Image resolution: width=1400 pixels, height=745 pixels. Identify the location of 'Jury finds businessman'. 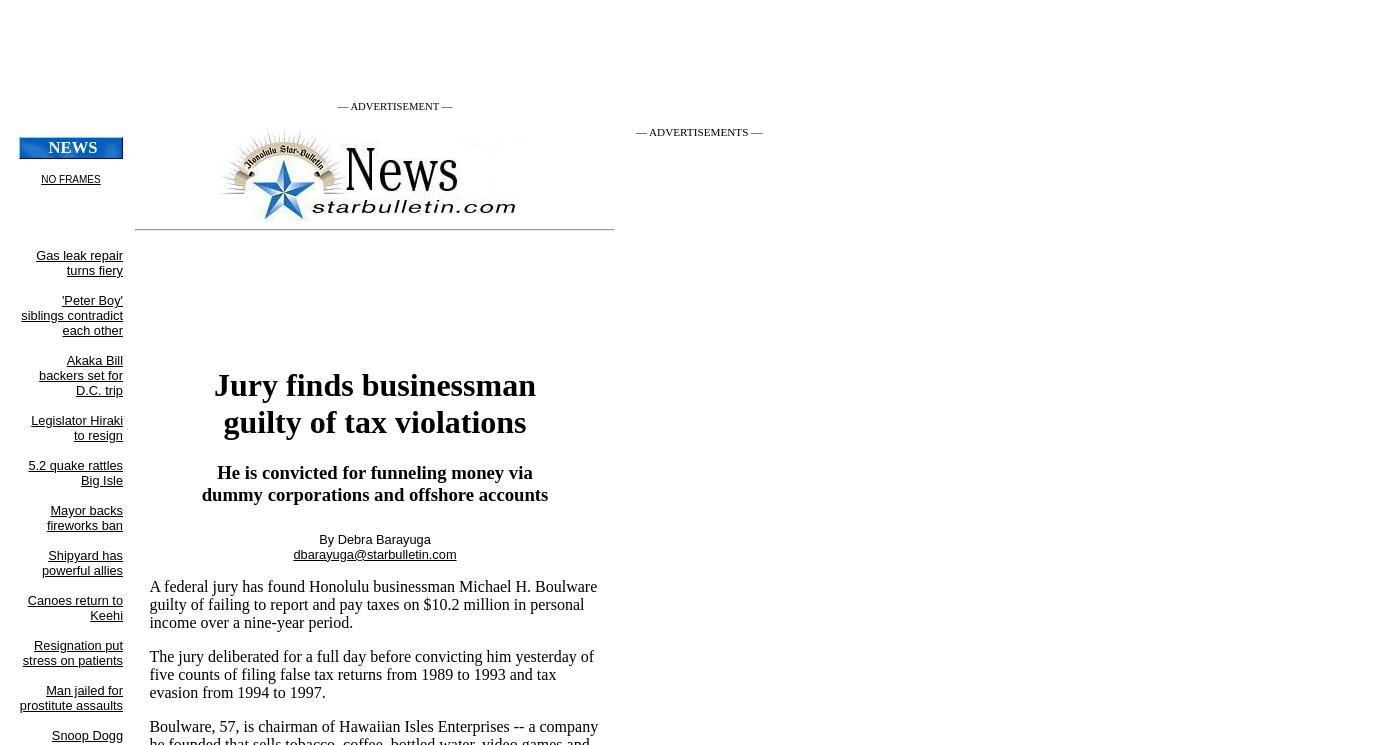
(374, 382).